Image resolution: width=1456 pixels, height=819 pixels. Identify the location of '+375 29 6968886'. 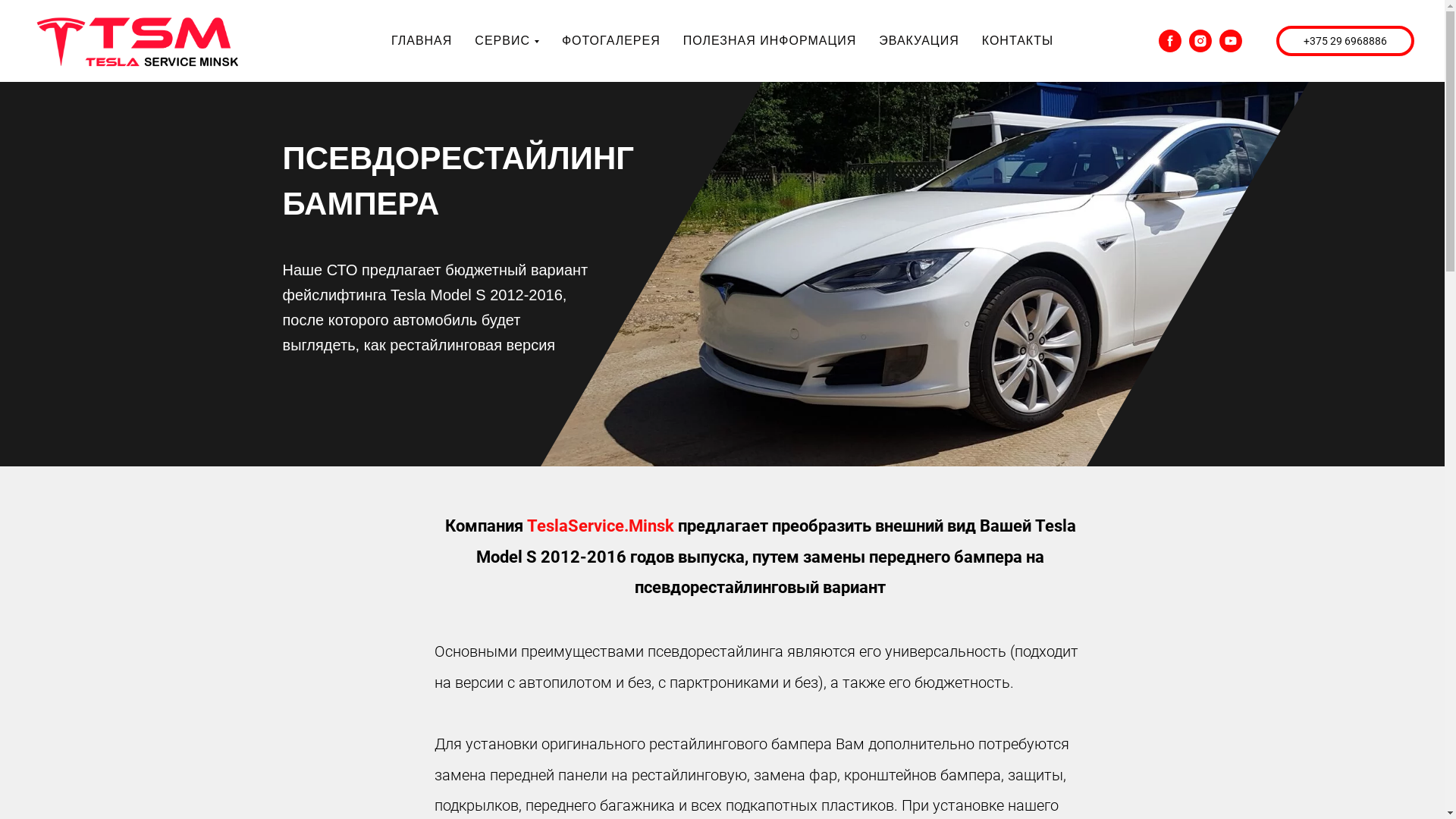
(1345, 40).